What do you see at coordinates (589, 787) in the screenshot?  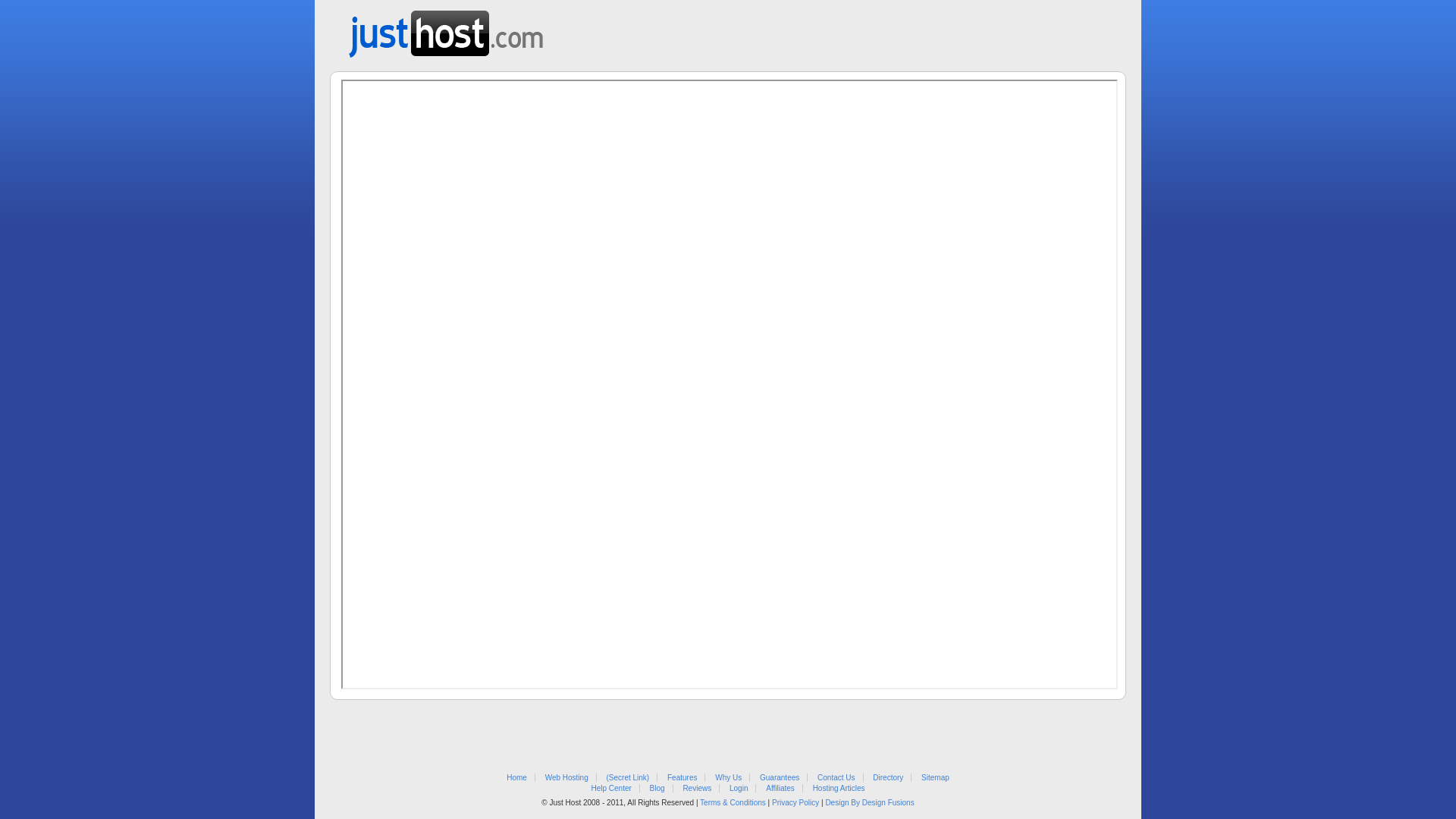 I see `'Help Center'` at bounding box center [589, 787].